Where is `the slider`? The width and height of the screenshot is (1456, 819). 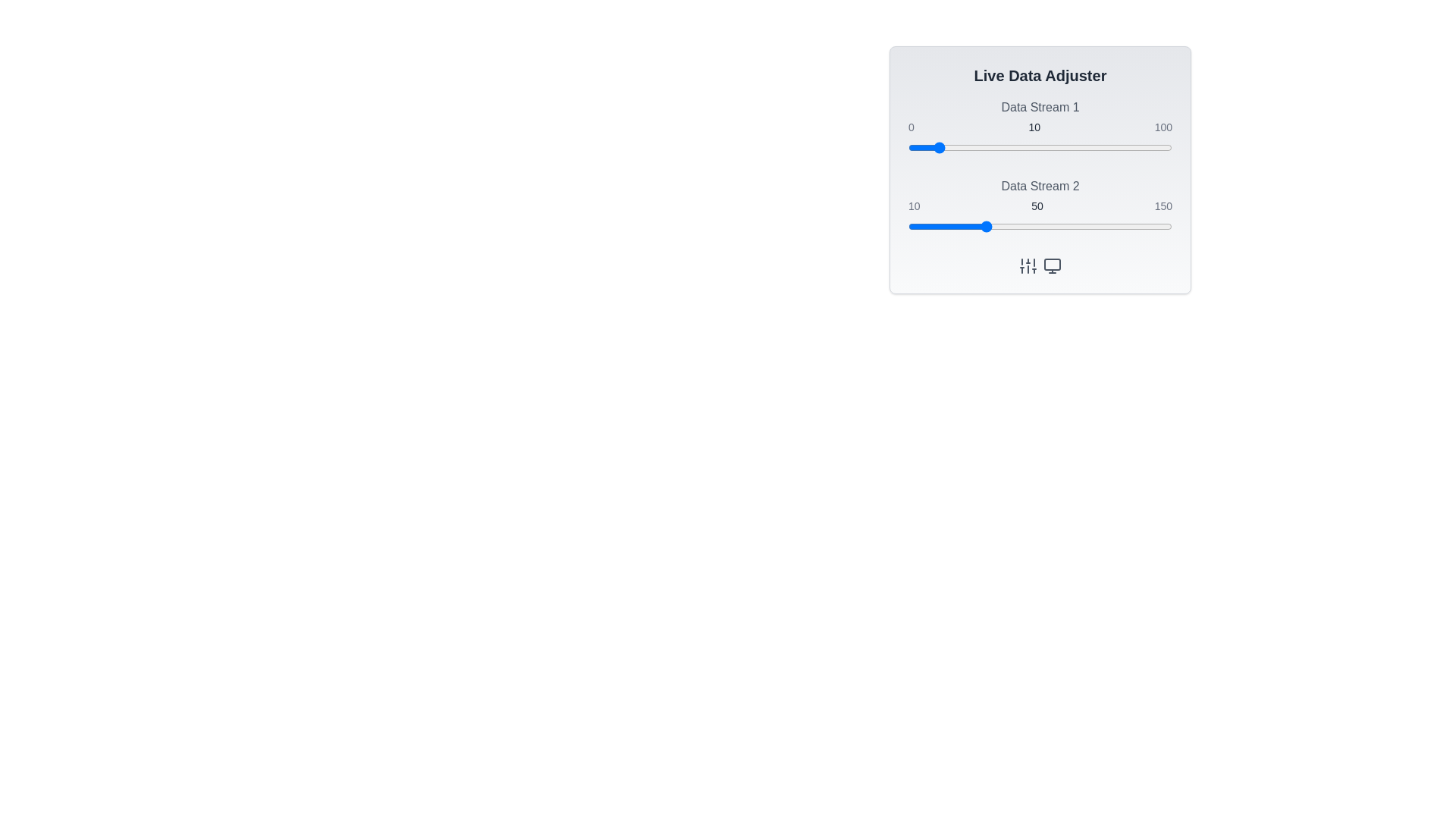 the slider is located at coordinates (1060, 148).